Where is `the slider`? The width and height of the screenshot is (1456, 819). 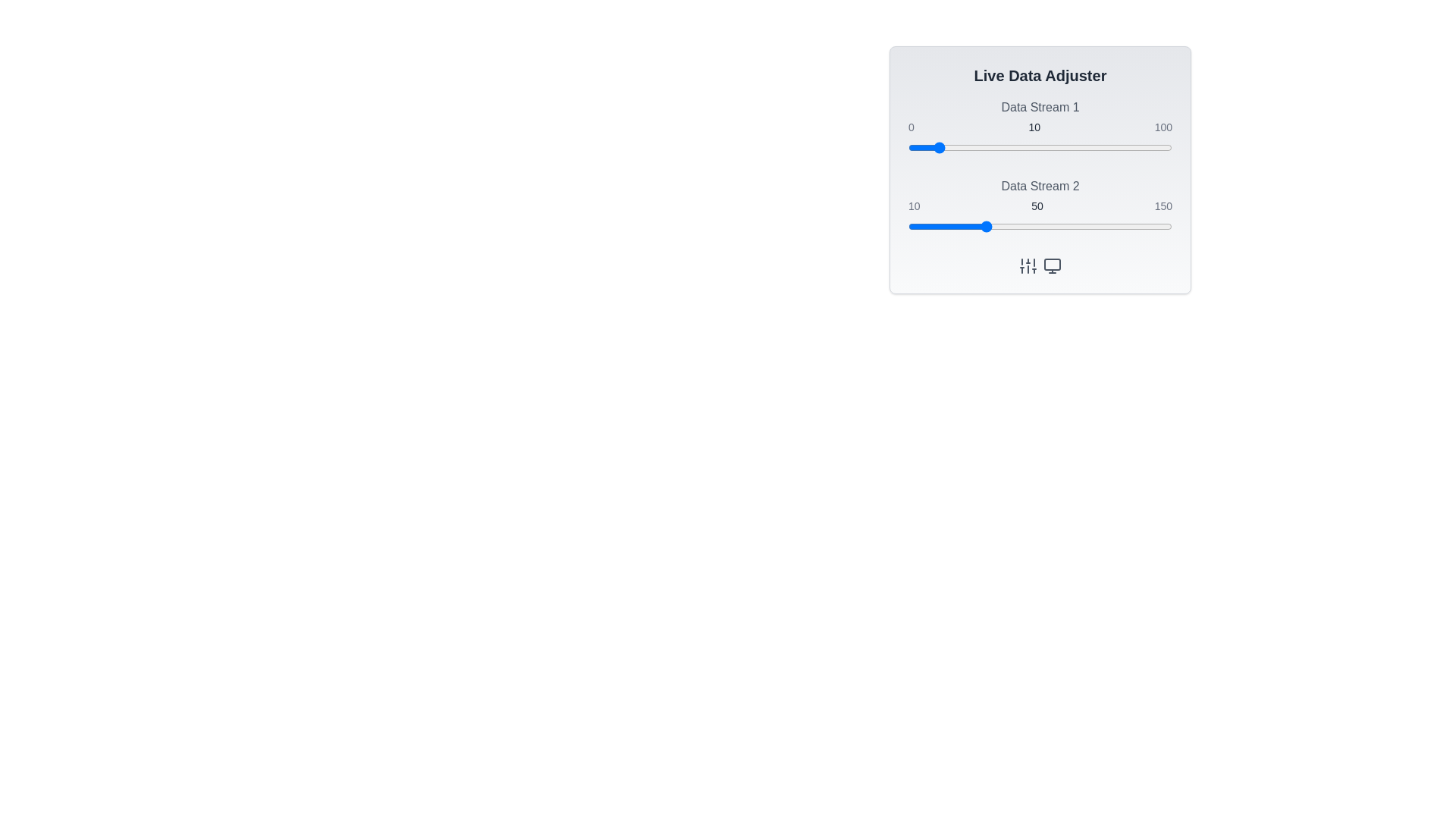 the slider is located at coordinates (1060, 148).